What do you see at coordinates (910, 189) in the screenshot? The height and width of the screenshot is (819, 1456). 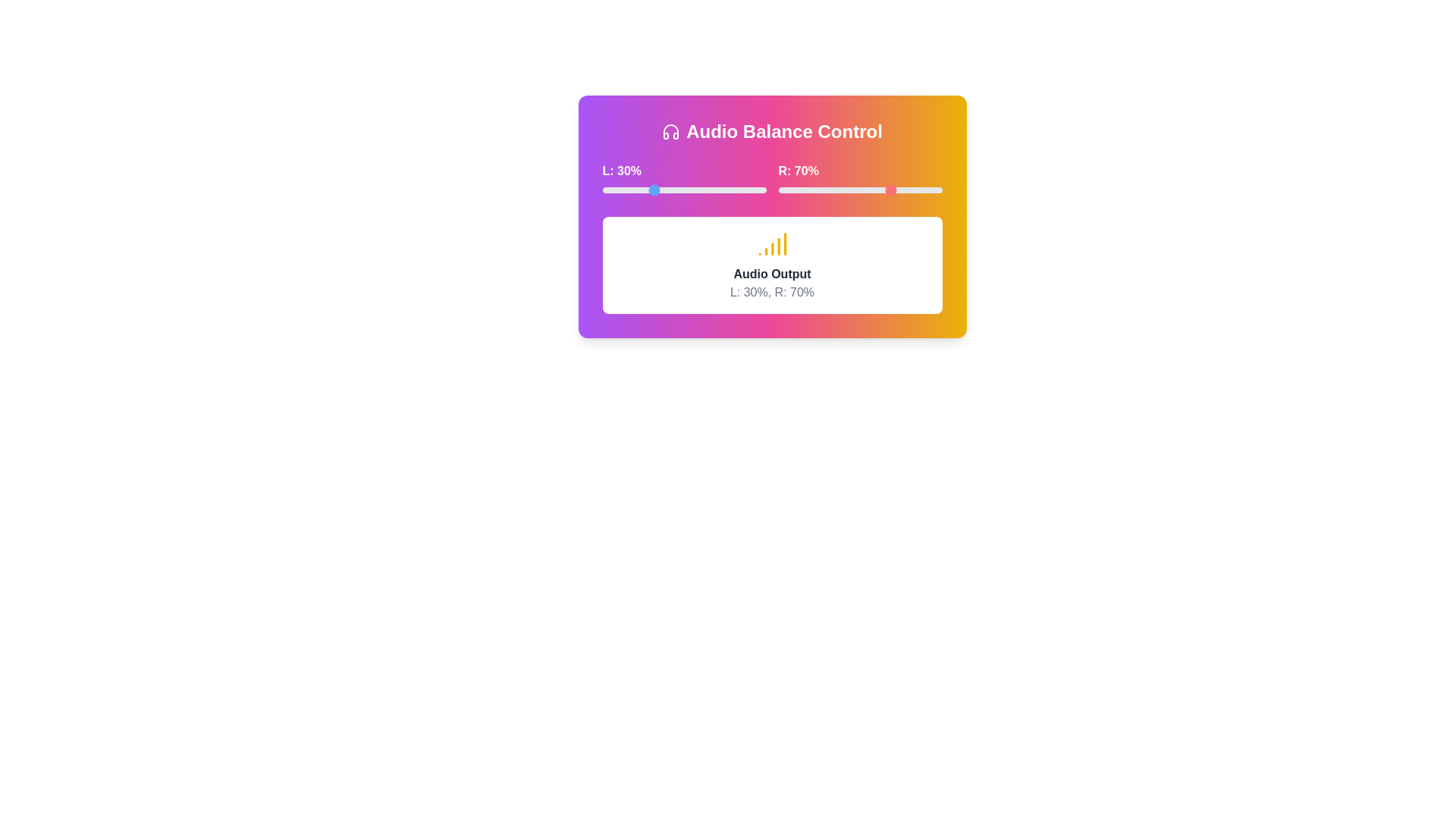 I see `the right volume slider to 81%` at bounding box center [910, 189].